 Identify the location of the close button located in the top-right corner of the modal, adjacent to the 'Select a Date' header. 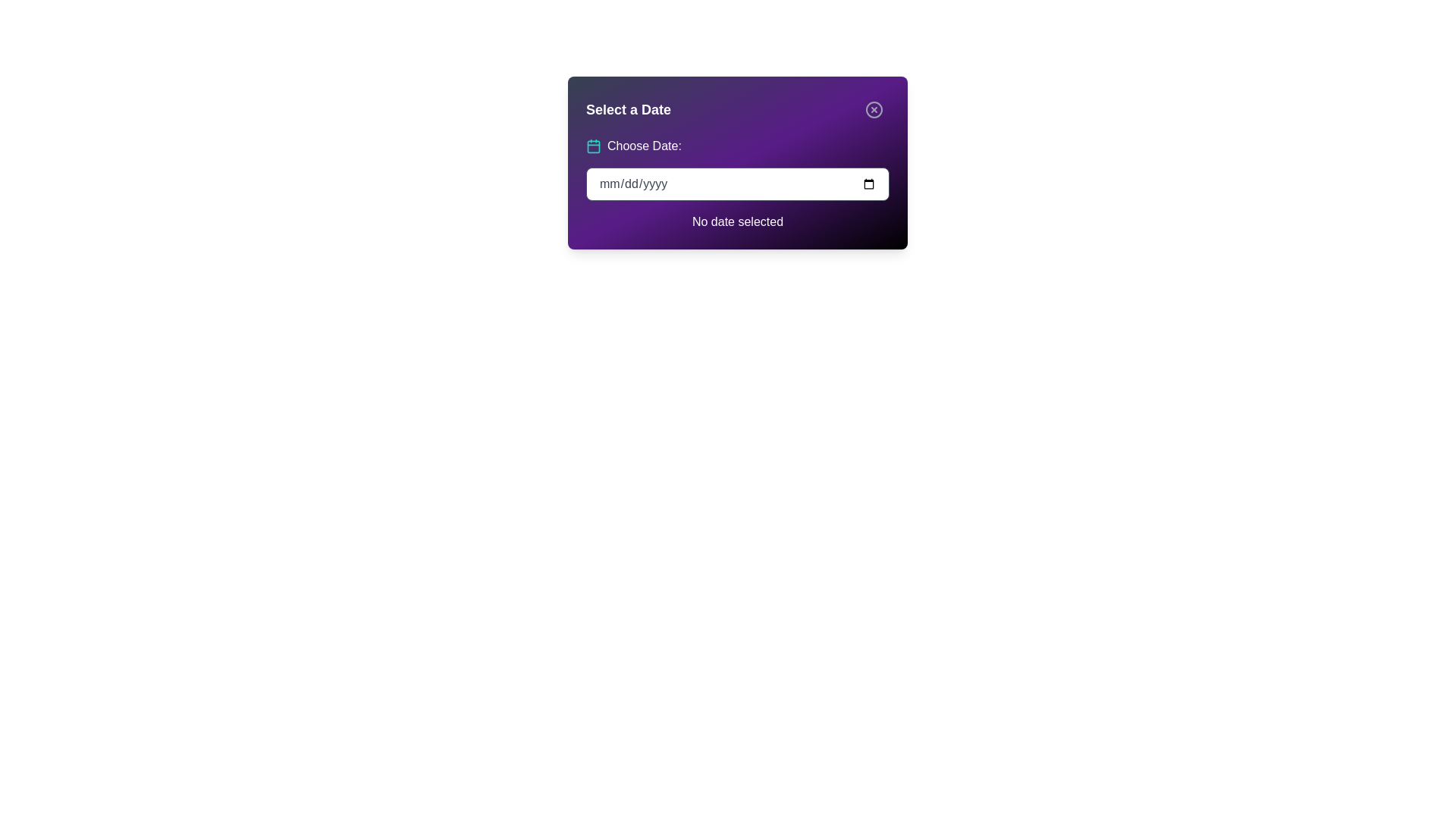
(874, 109).